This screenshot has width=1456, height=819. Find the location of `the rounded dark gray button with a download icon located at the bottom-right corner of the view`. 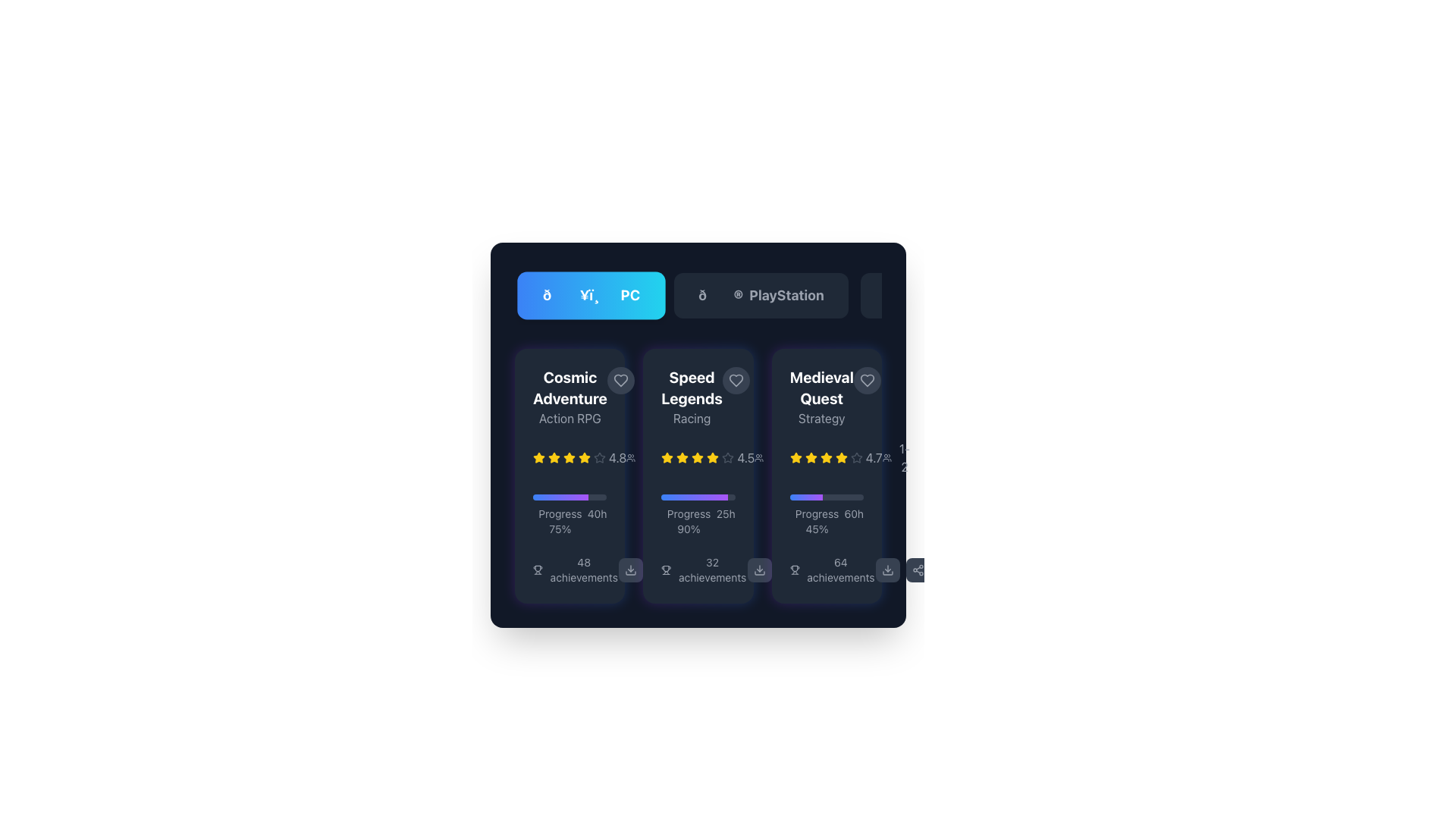

the rounded dark gray button with a download icon located at the bottom-right corner of the view is located at coordinates (887, 570).